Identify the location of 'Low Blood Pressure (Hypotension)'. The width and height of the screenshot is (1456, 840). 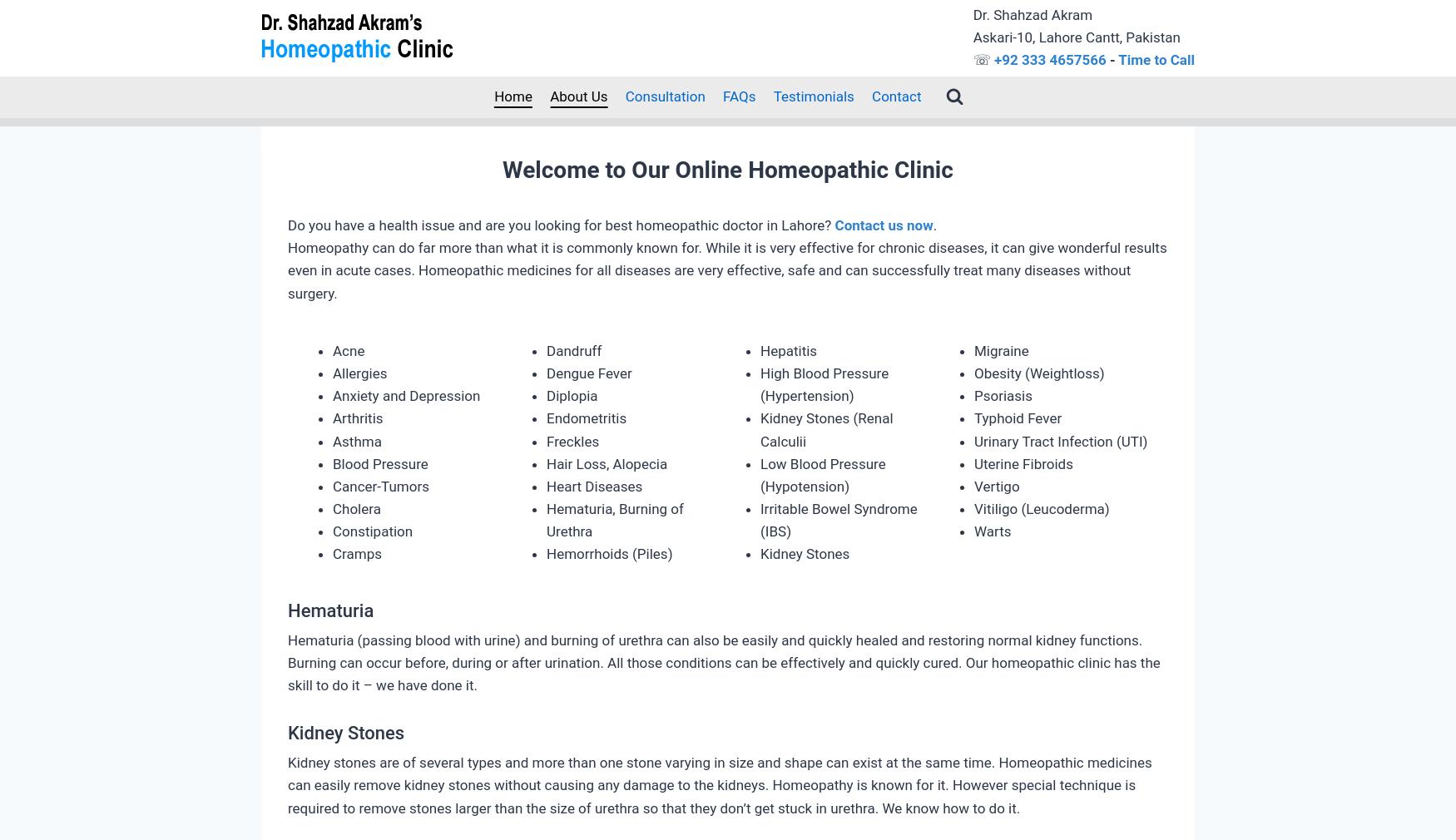
(822, 473).